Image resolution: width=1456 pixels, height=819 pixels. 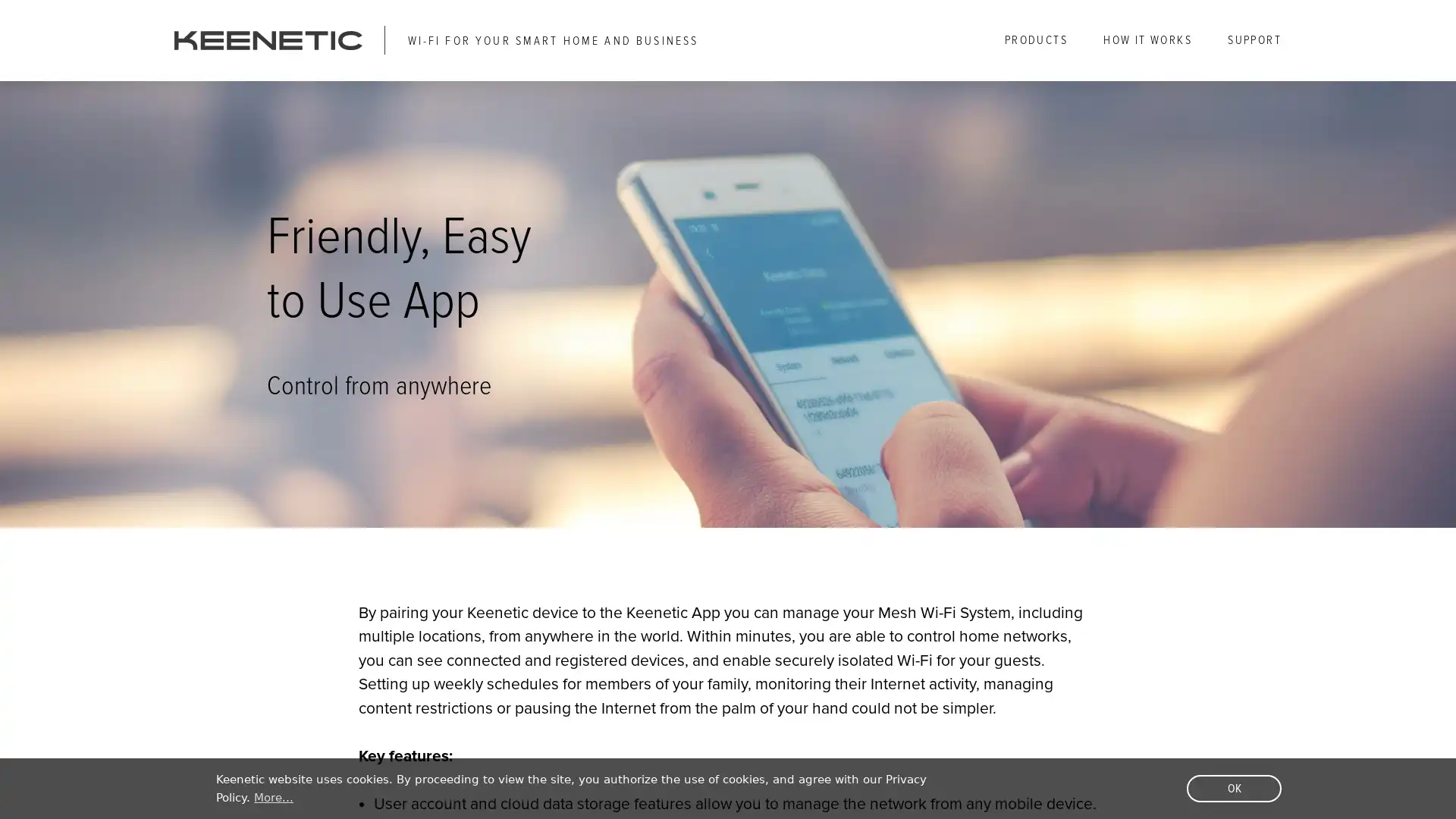 What do you see at coordinates (273, 797) in the screenshot?
I see `learn more about cookies` at bounding box center [273, 797].